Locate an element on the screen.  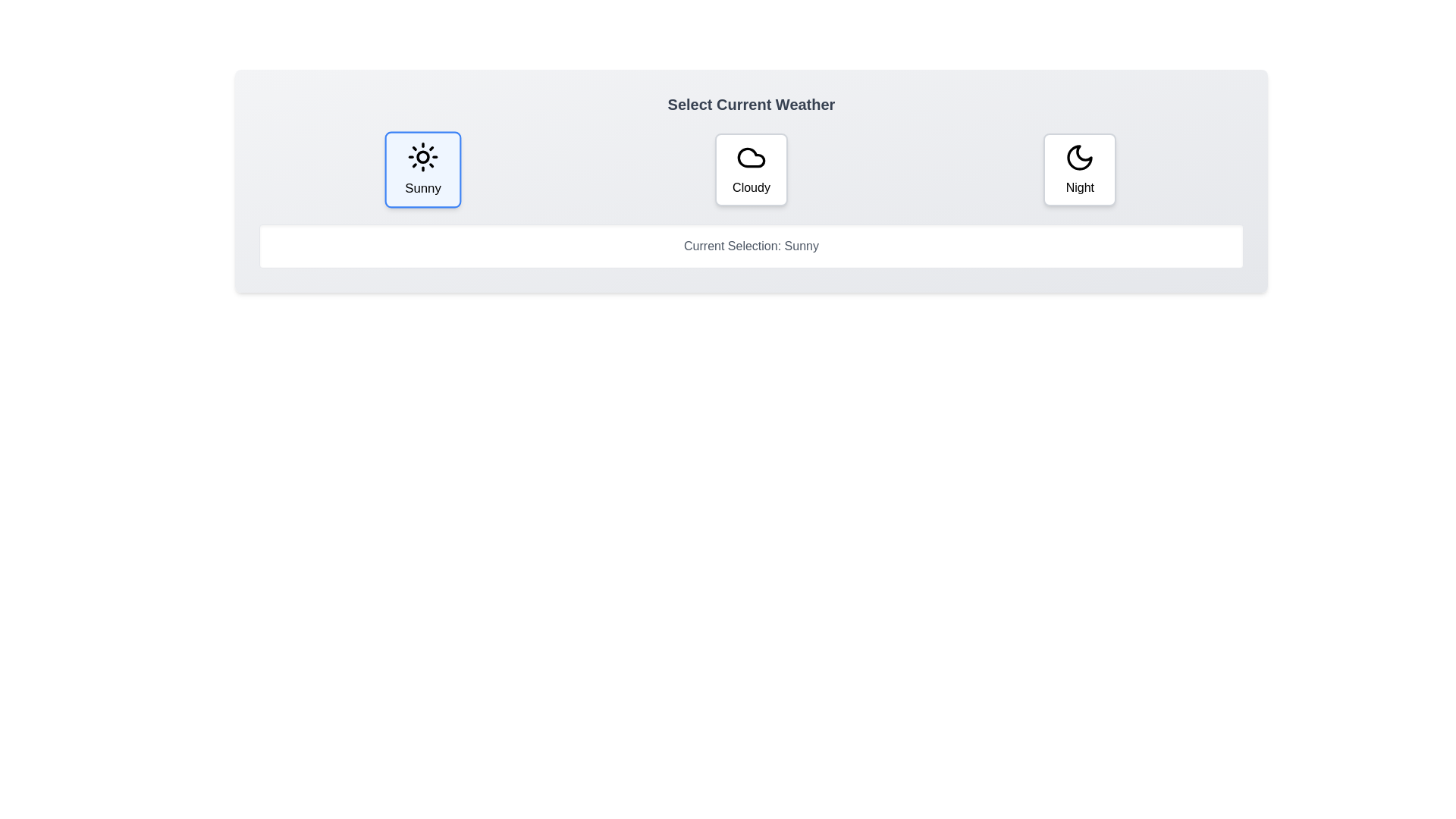
the Sunny button to observe its hover effect is located at coordinates (422, 169).